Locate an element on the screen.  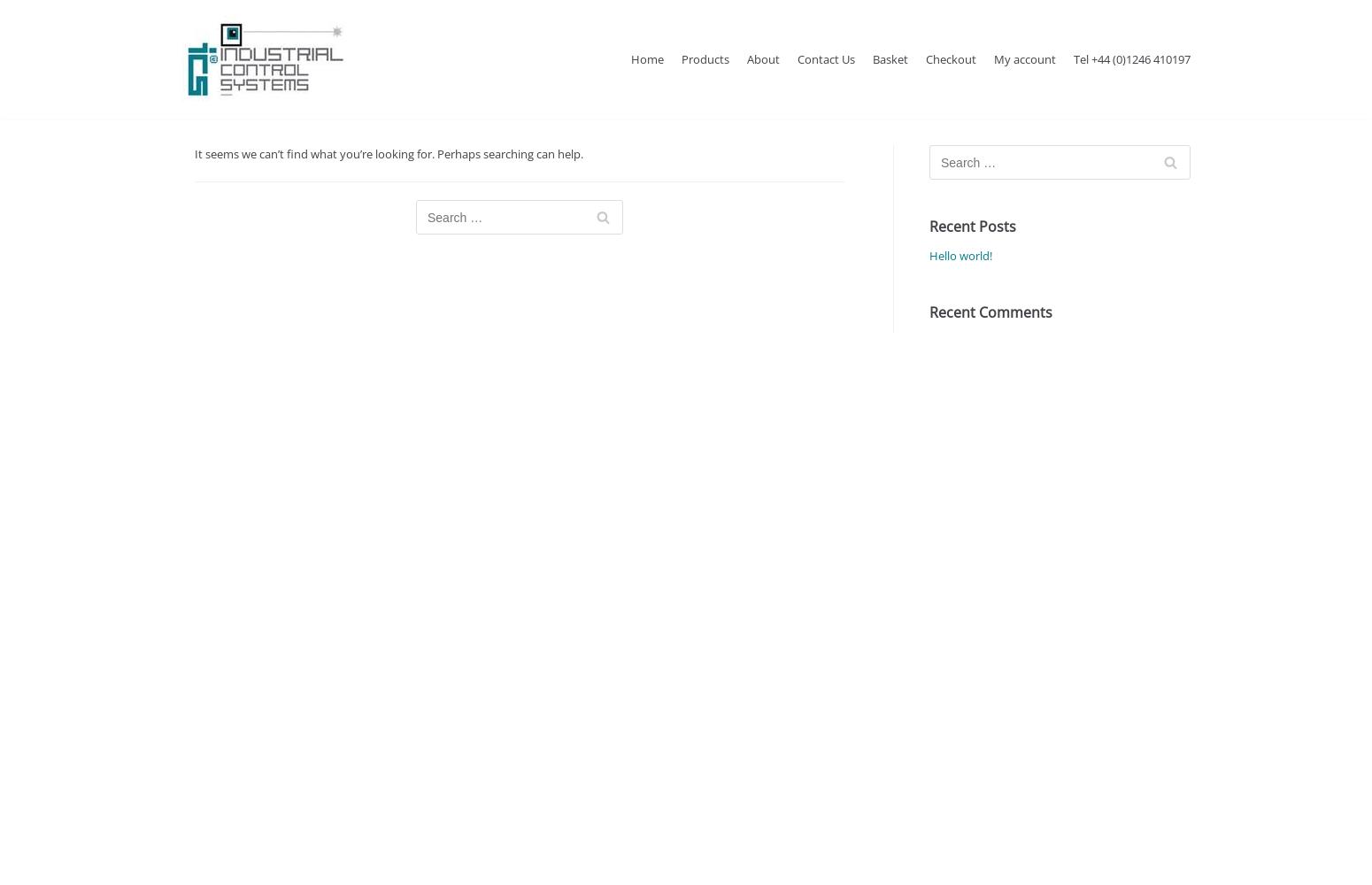
'Hello world!' is located at coordinates (929, 256).